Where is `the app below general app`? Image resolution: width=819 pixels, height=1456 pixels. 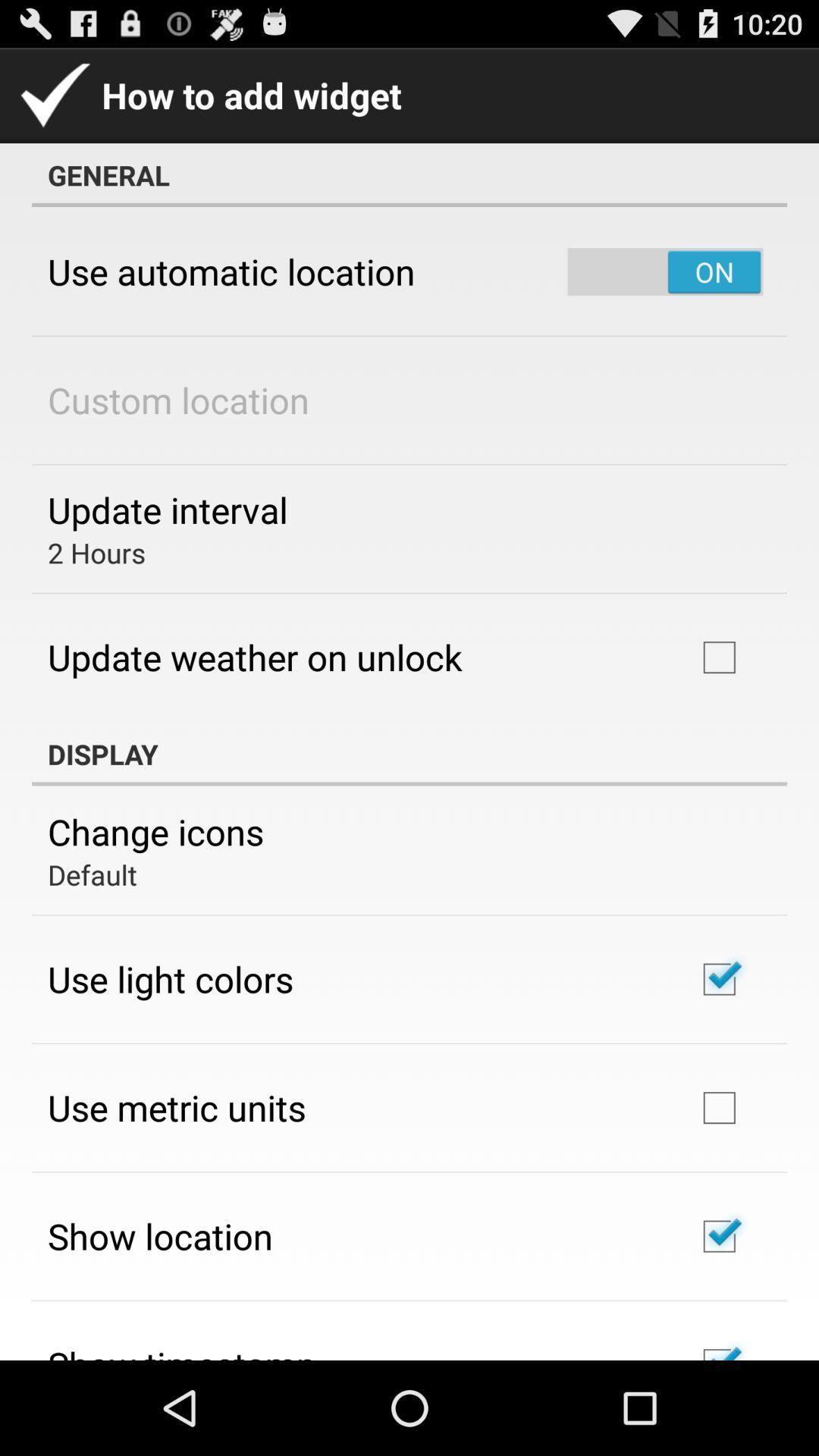
the app below general app is located at coordinates (664, 271).